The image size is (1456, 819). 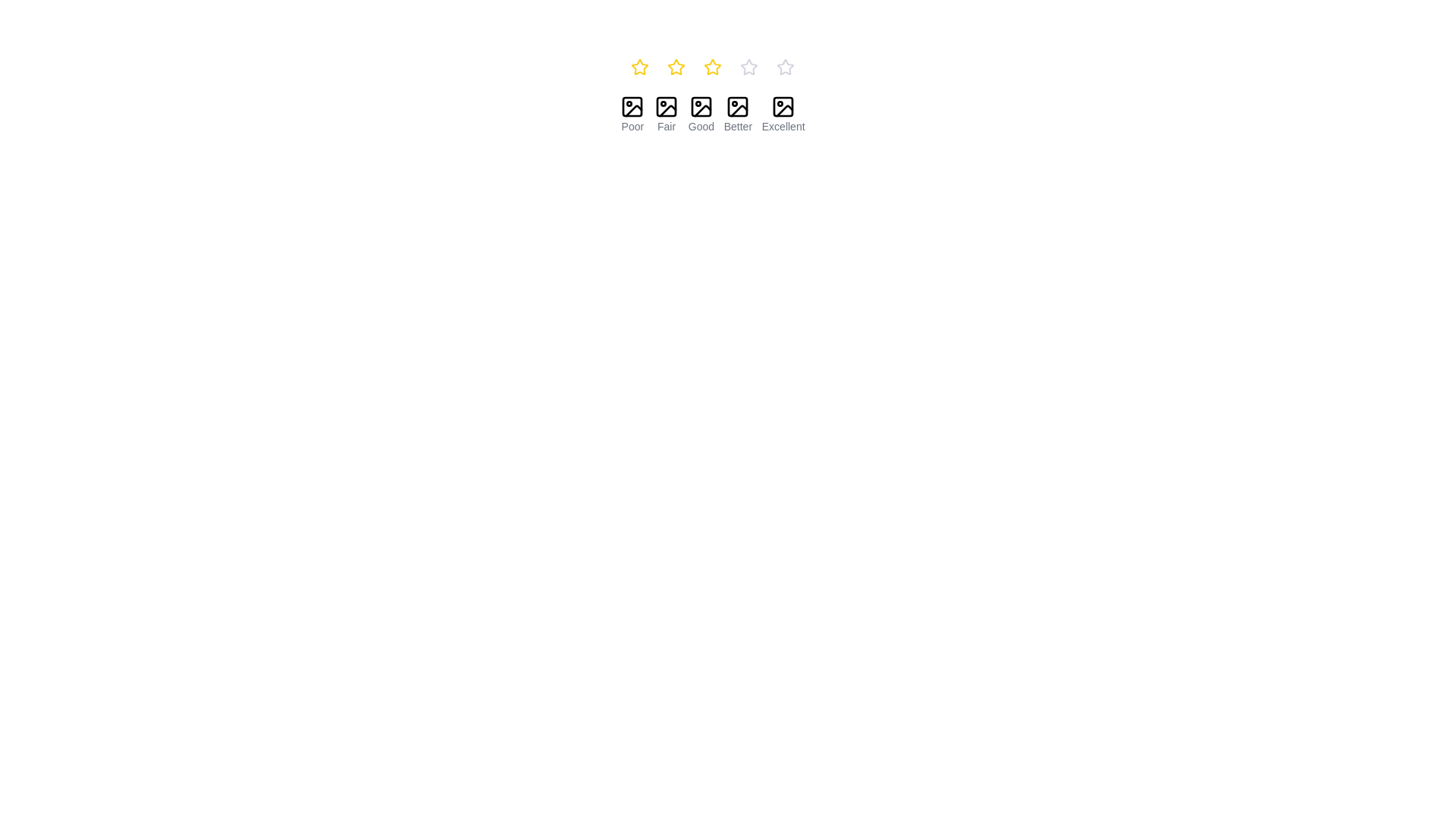 What do you see at coordinates (640, 66) in the screenshot?
I see `the second star in the rating system, which is positioned to the right of the first star and left of the third star` at bounding box center [640, 66].